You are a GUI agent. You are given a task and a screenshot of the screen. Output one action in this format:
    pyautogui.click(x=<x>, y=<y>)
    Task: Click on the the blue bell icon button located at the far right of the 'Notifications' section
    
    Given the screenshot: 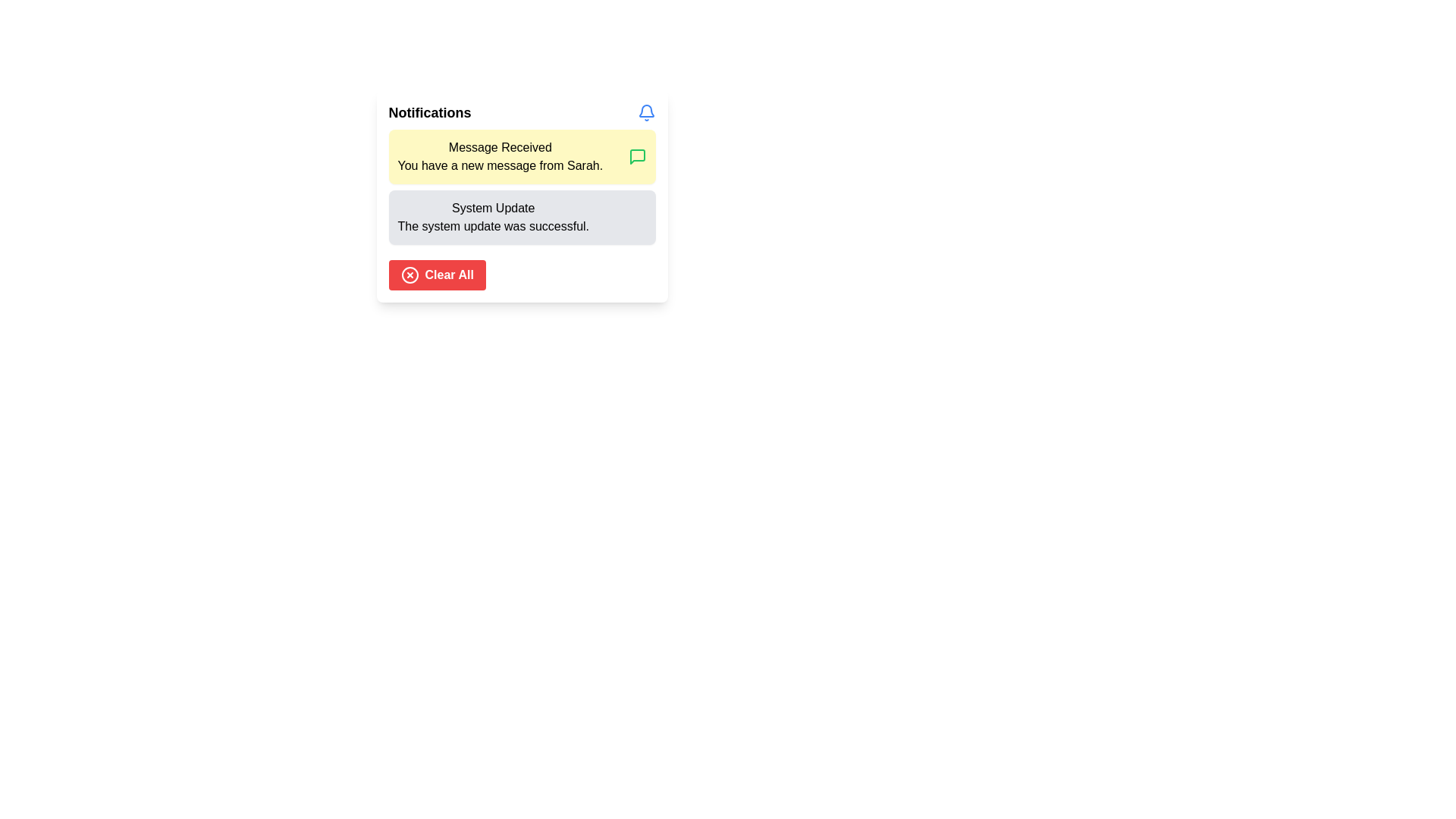 What is the action you would take?
    pyautogui.click(x=646, y=112)
    